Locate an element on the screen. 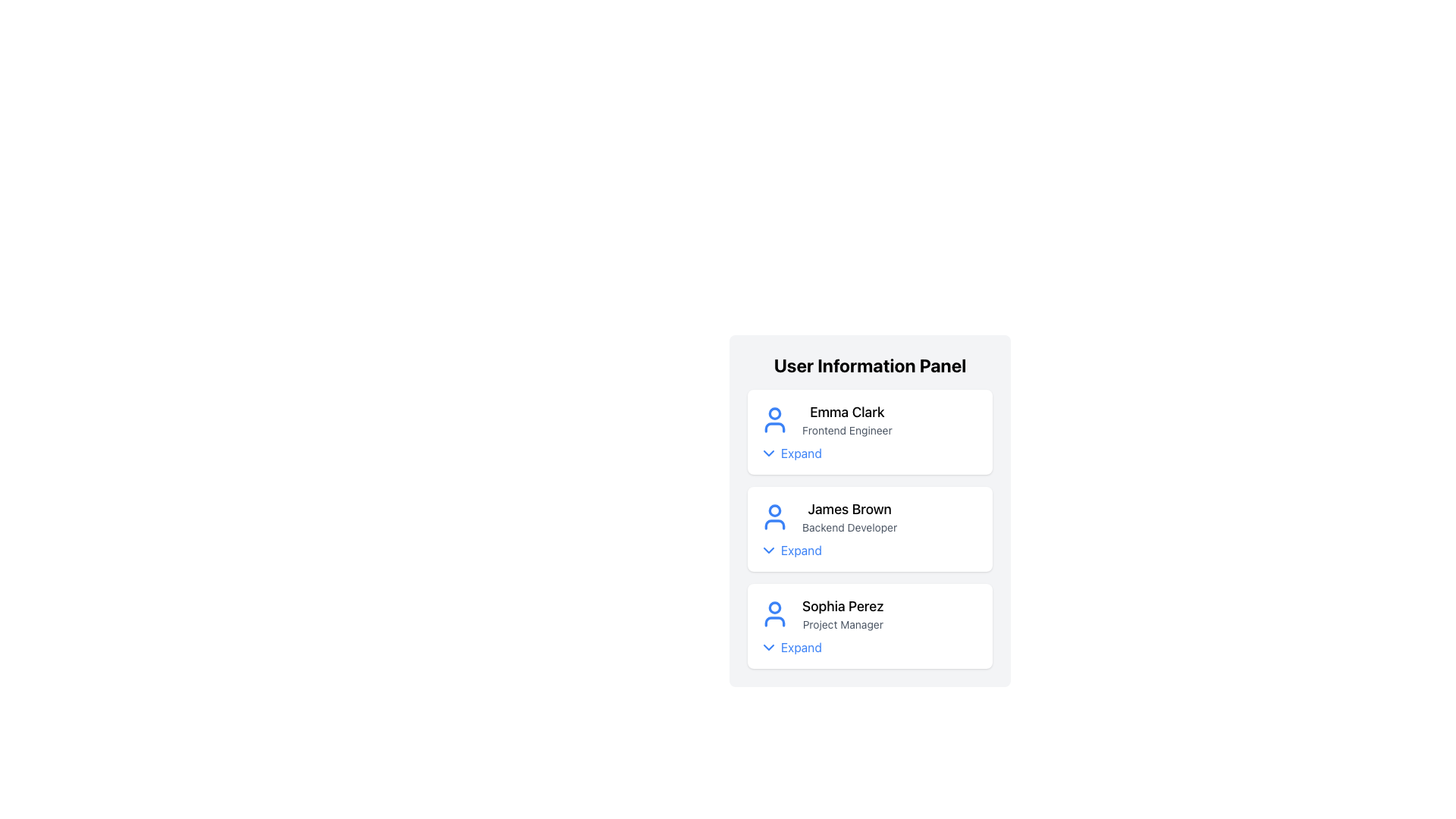  the User Information Display for James Brown, a Backend Developer is located at coordinates (870, 516).